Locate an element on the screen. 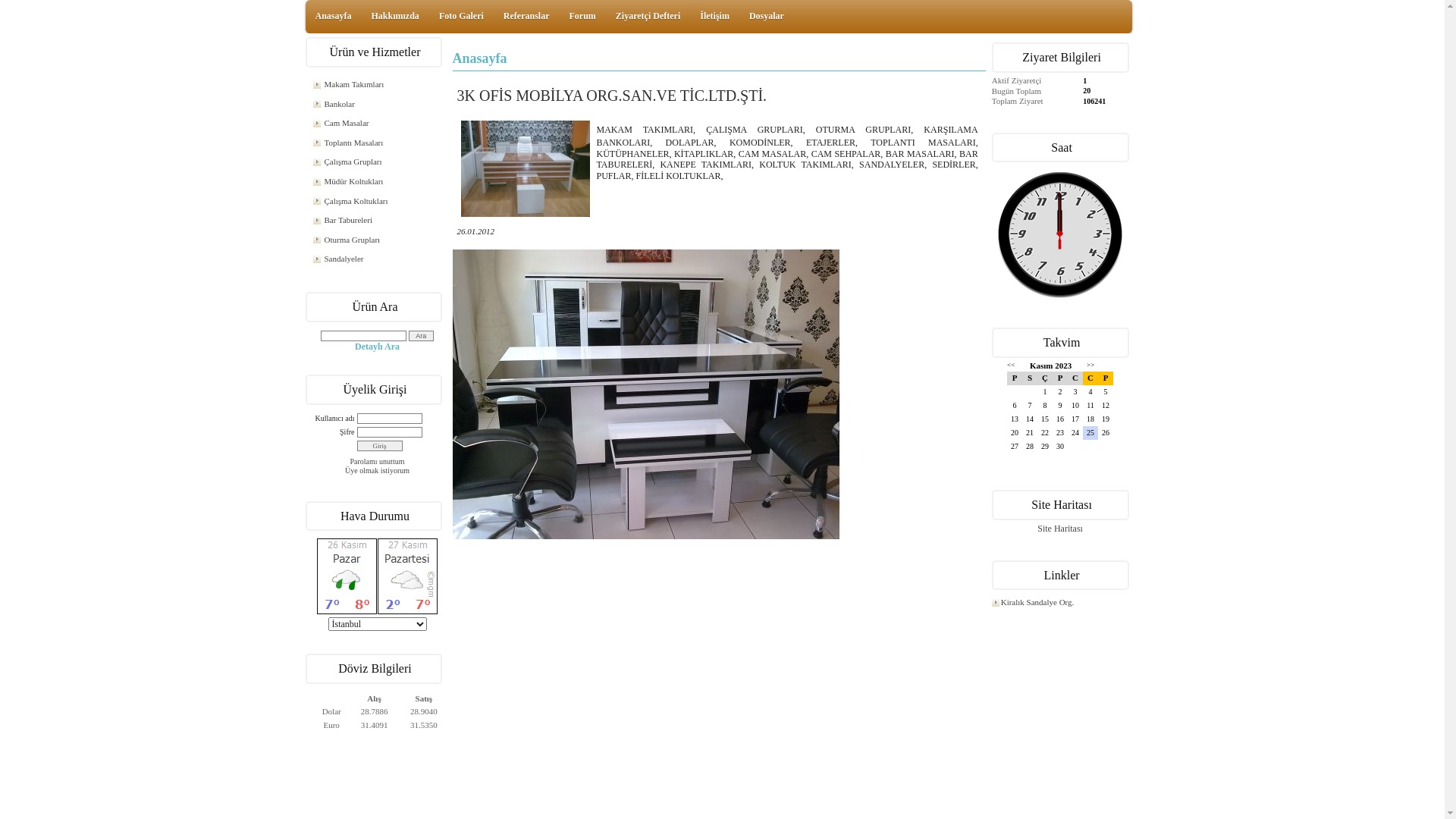 The image size is (1456, 819). '5' is located at coordinates (1106, 391).